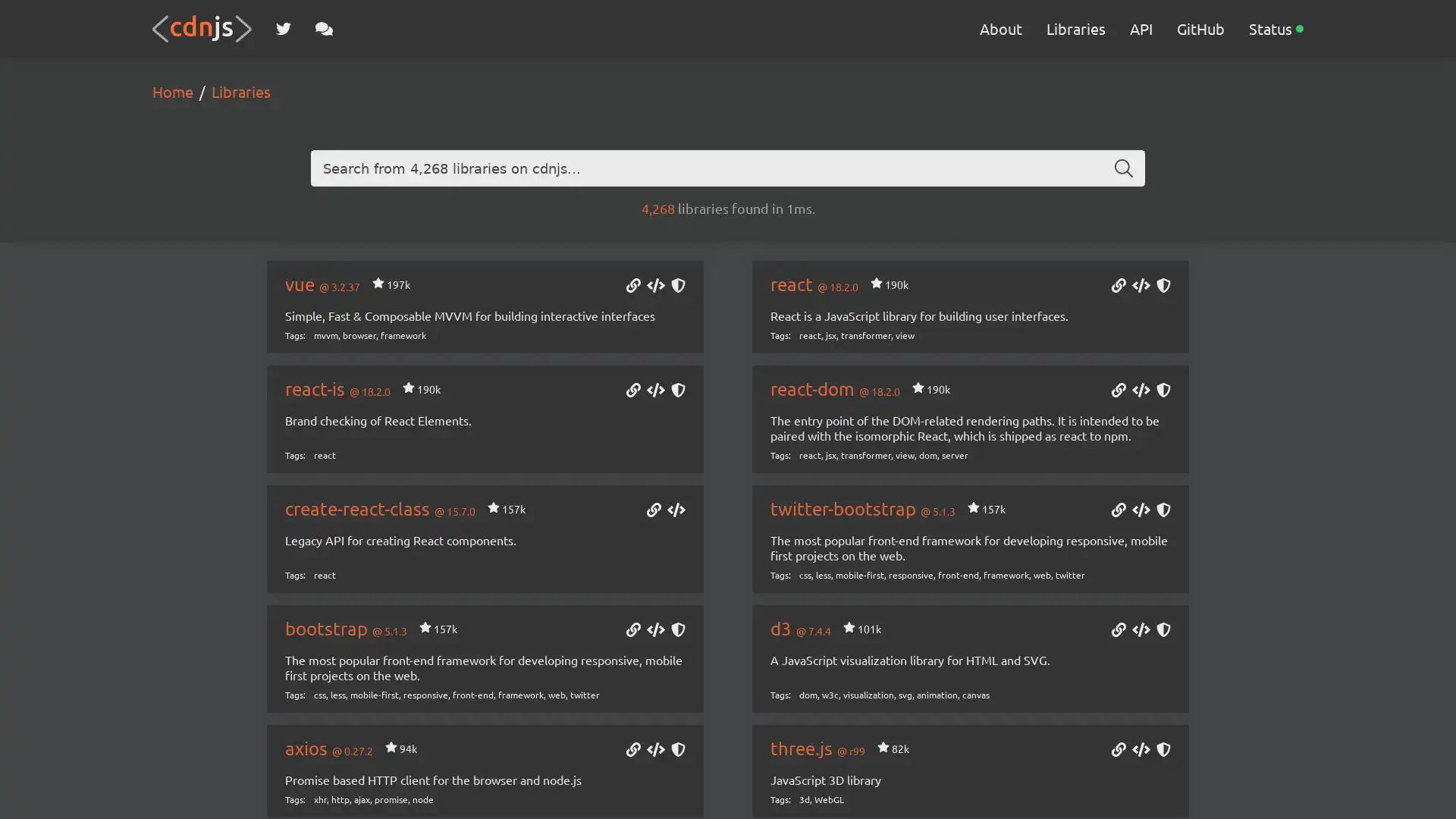 This screenshot has width=1456, height=819. Describe the element at coordinates (1124, 168) in the screenshot. I see `Search` at that location.